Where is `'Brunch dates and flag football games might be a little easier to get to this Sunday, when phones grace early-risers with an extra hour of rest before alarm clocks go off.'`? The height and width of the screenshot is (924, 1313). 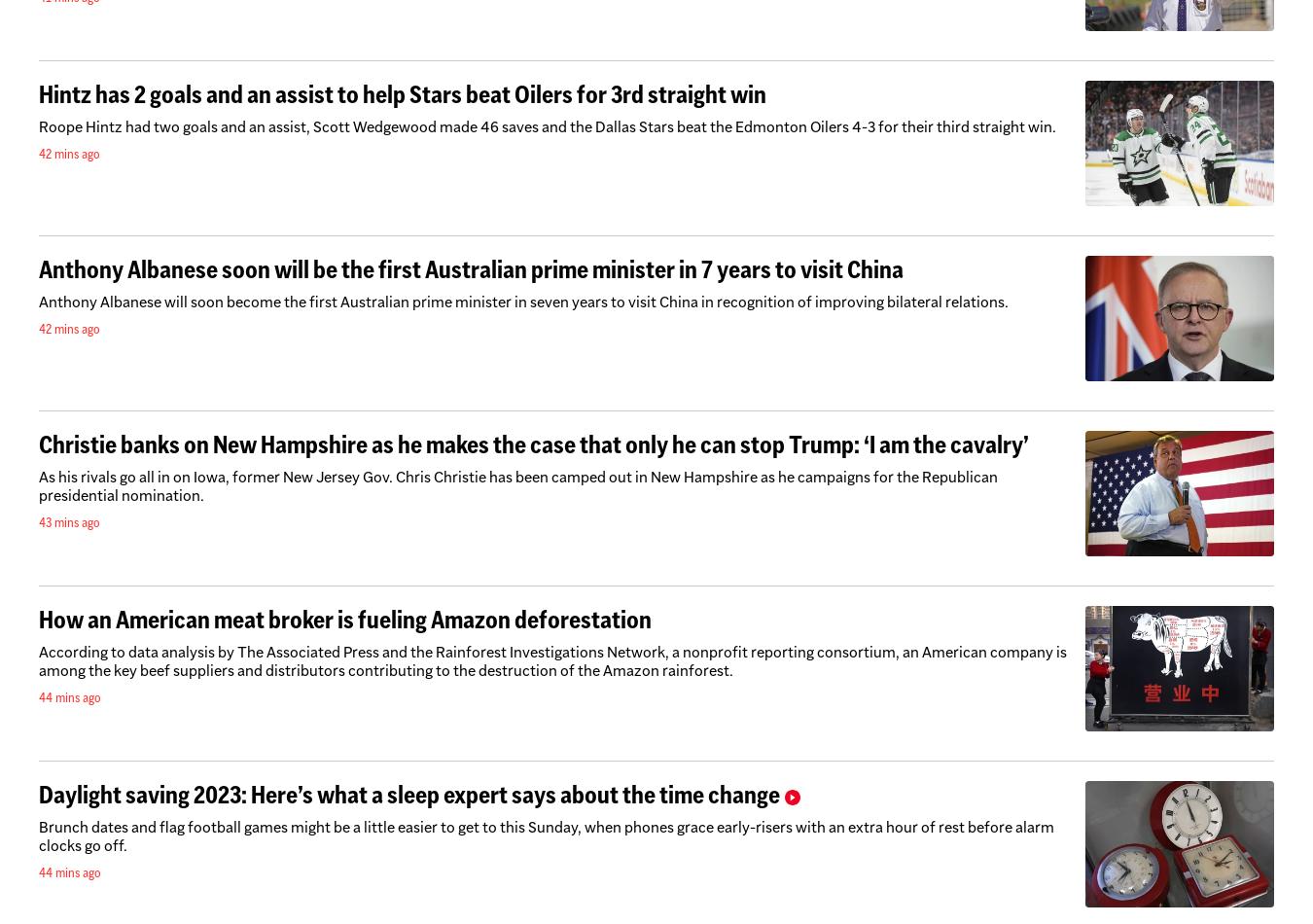
'Brunch dates and flag football games might be a little easier to get to this Sunday, when phones grace early-risers with an extra hour of rest before alarm clocks go off.' is located at coordinates (546, 835).